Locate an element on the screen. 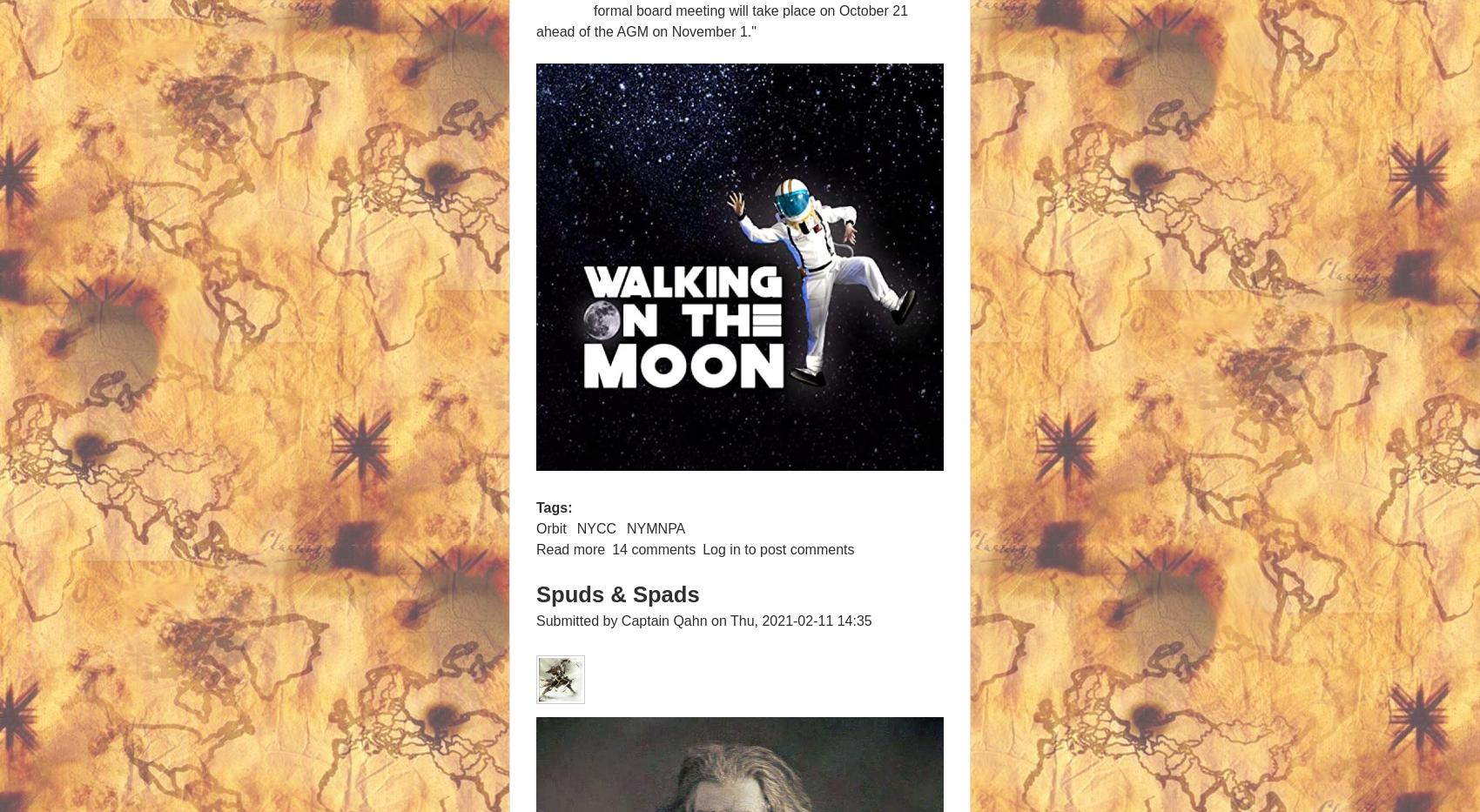 The height and width of the screenshot is (812, 1480). 'to post comments' is located at coordinates (797, 547).